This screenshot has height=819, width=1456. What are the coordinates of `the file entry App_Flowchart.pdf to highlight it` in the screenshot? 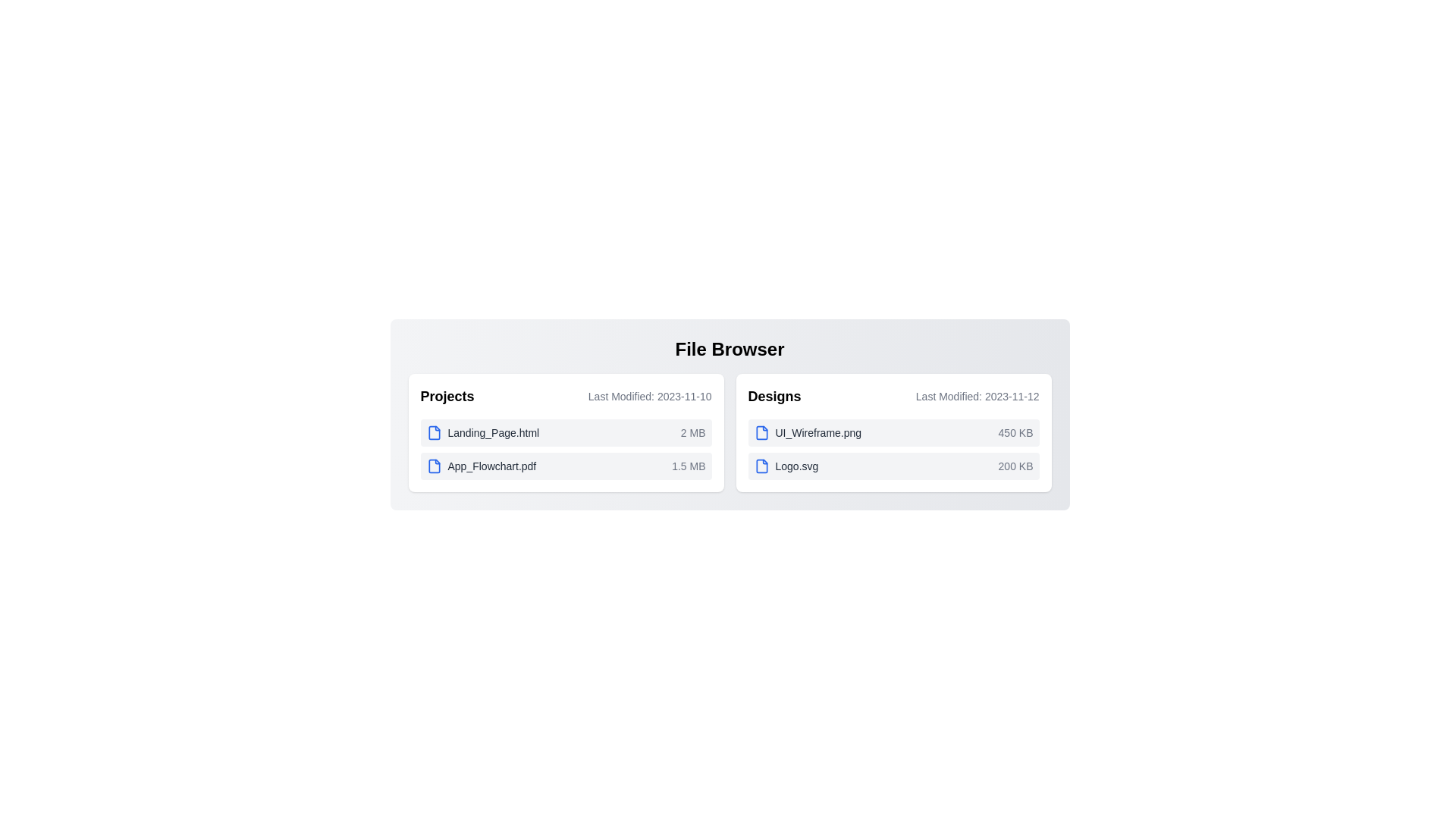 It's located at (565, 465).